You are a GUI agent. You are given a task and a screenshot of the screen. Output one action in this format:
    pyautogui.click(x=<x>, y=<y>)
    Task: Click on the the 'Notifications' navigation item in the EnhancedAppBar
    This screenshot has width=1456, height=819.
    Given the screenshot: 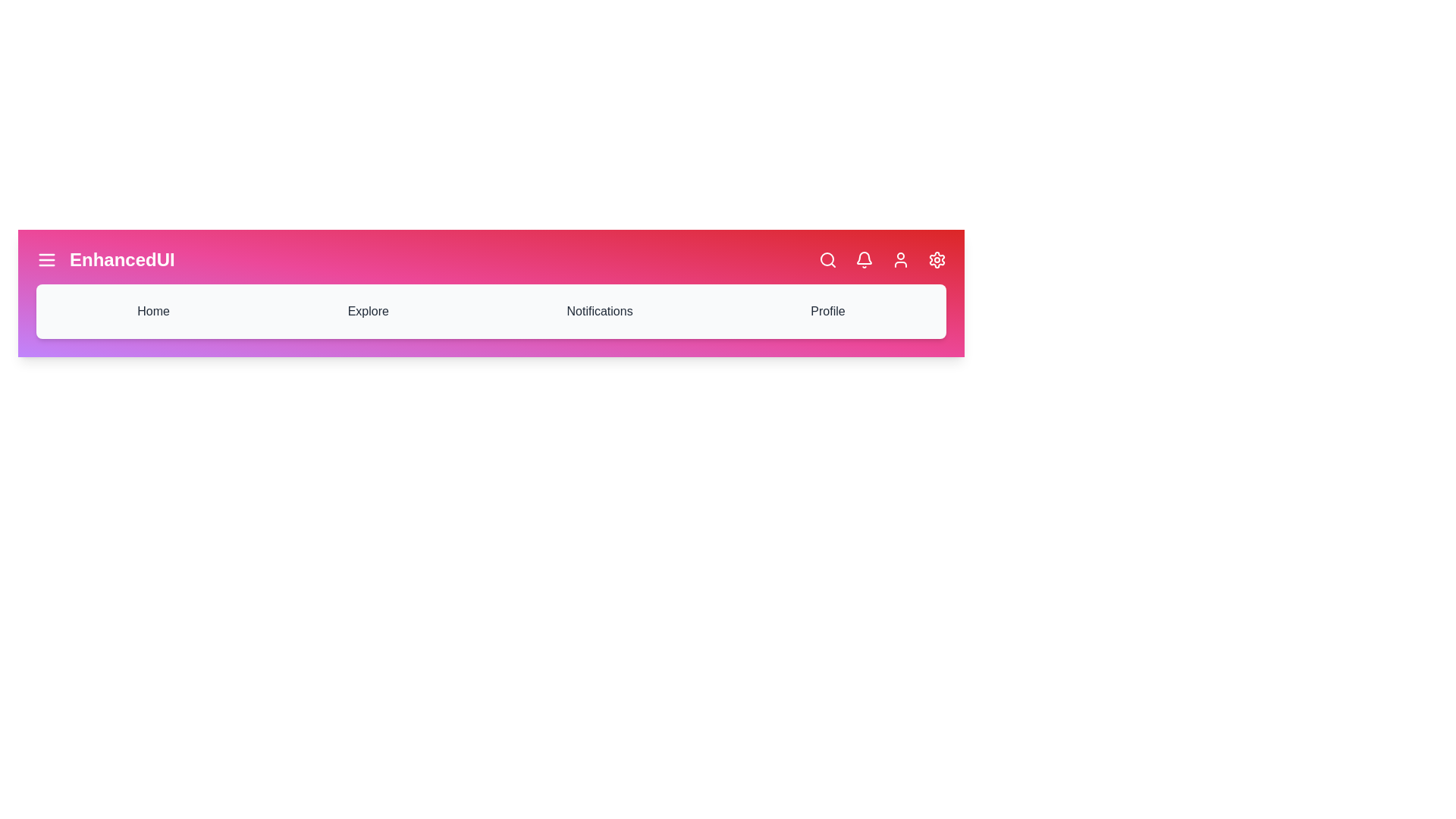 What is the action you would take?
    pyautogui.click(x=599, y=311)
    